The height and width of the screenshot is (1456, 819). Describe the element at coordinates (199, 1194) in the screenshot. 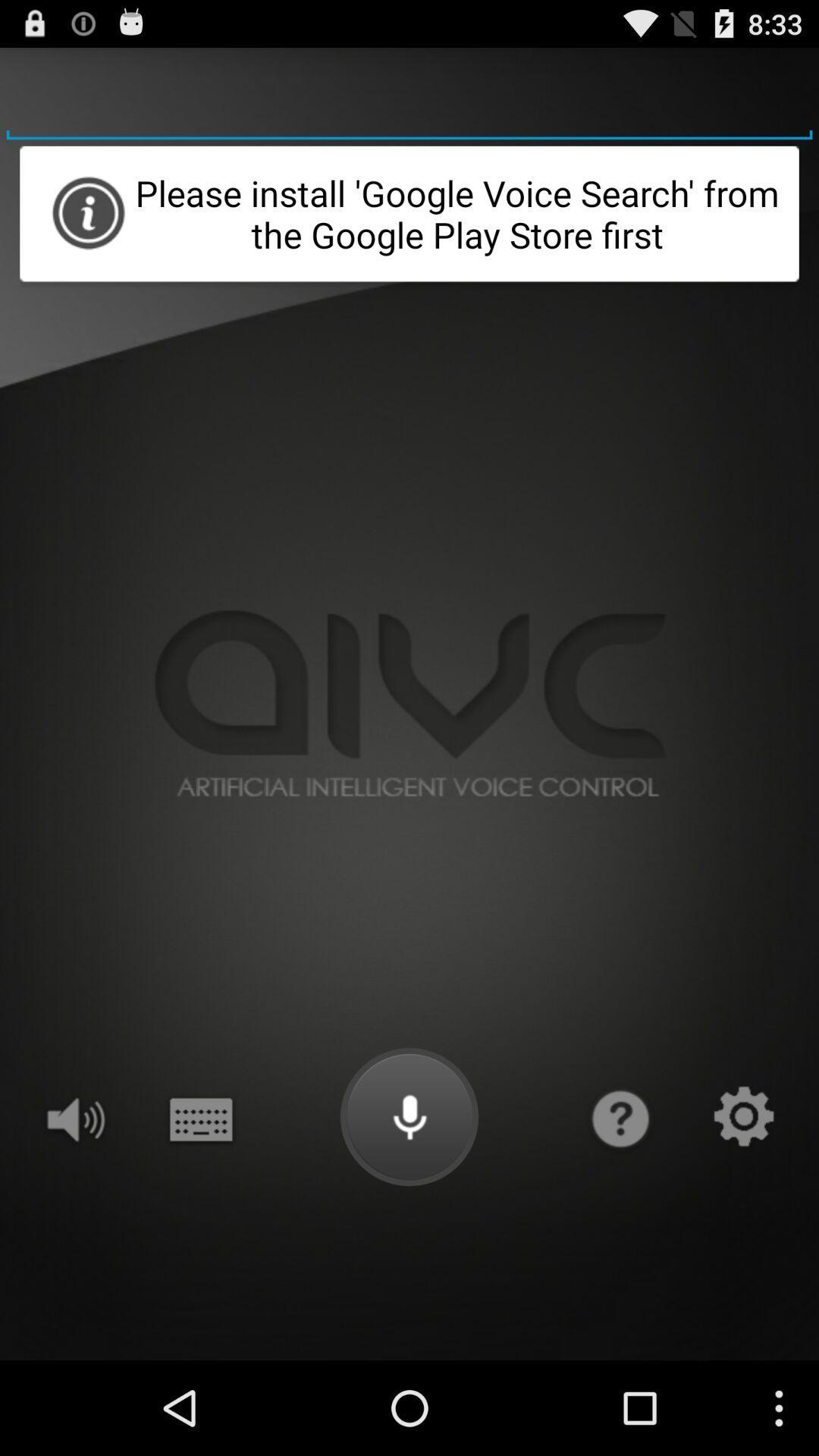

I see `the date_range icon` at that location.